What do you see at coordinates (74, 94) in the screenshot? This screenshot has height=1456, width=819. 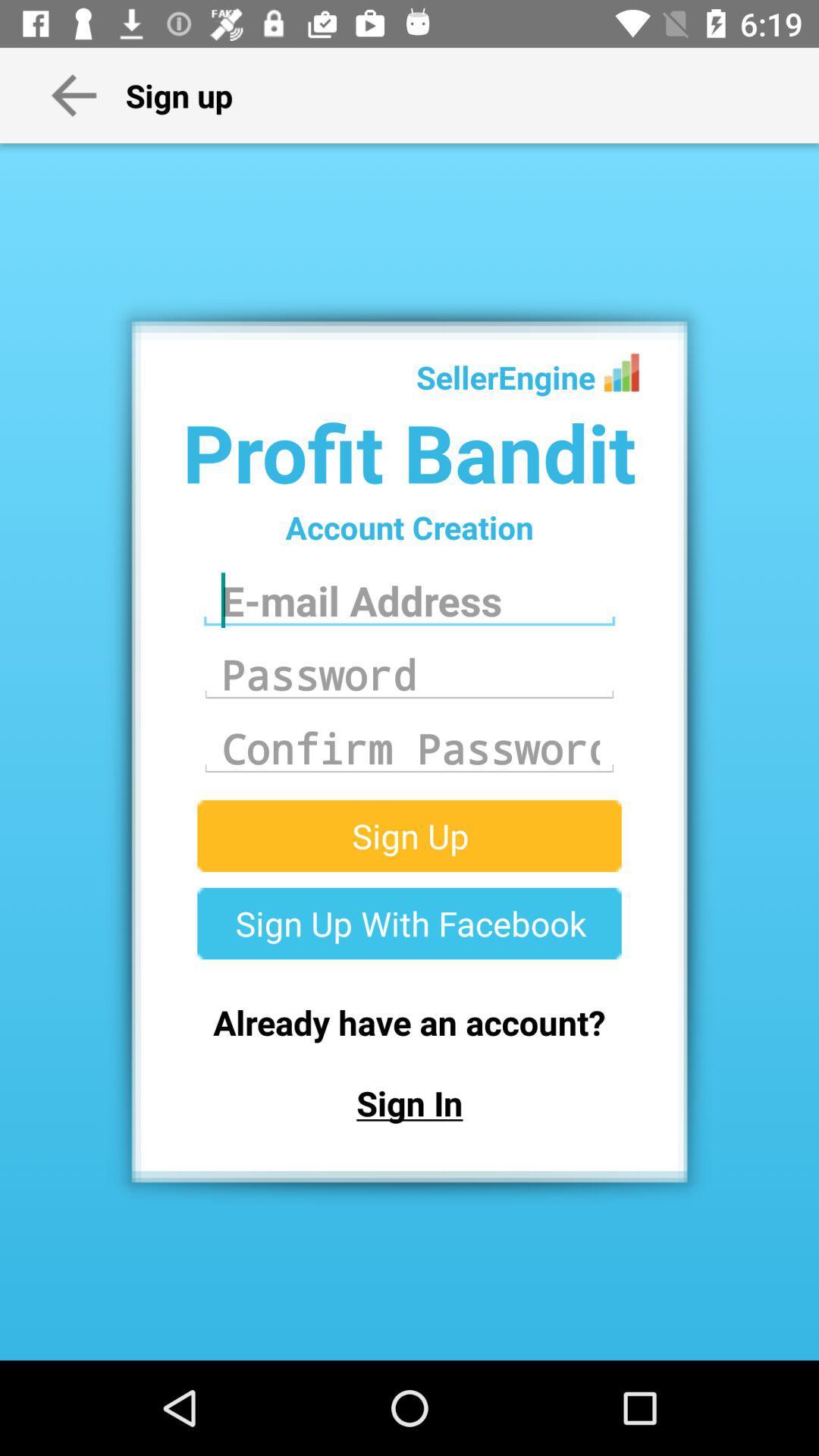 I see `the button on the top left corner of the web page` at bounding box center [74, 94].